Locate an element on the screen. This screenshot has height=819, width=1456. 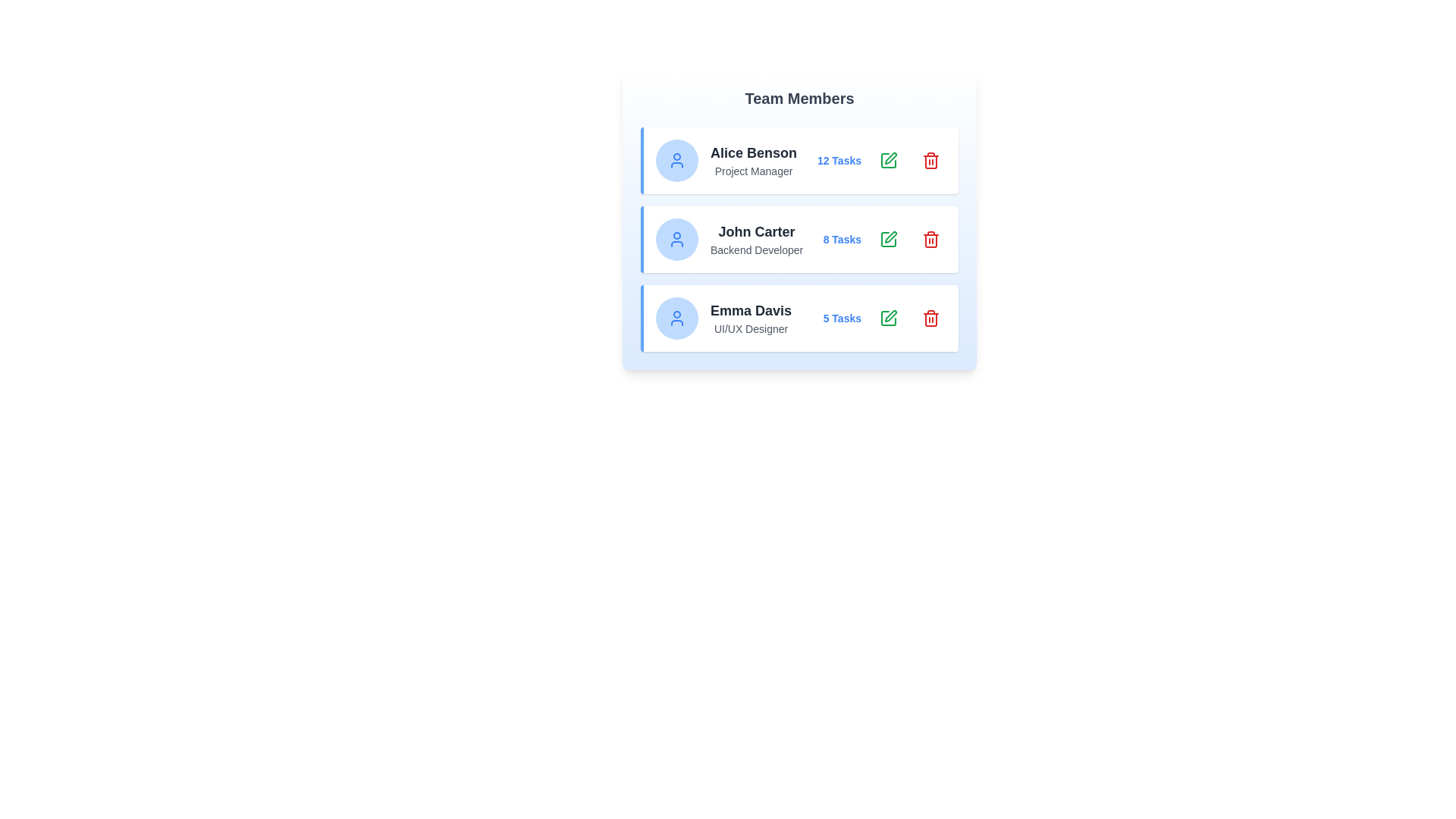
the user icon for the team member John Carter is located at coordinates (676, 239).